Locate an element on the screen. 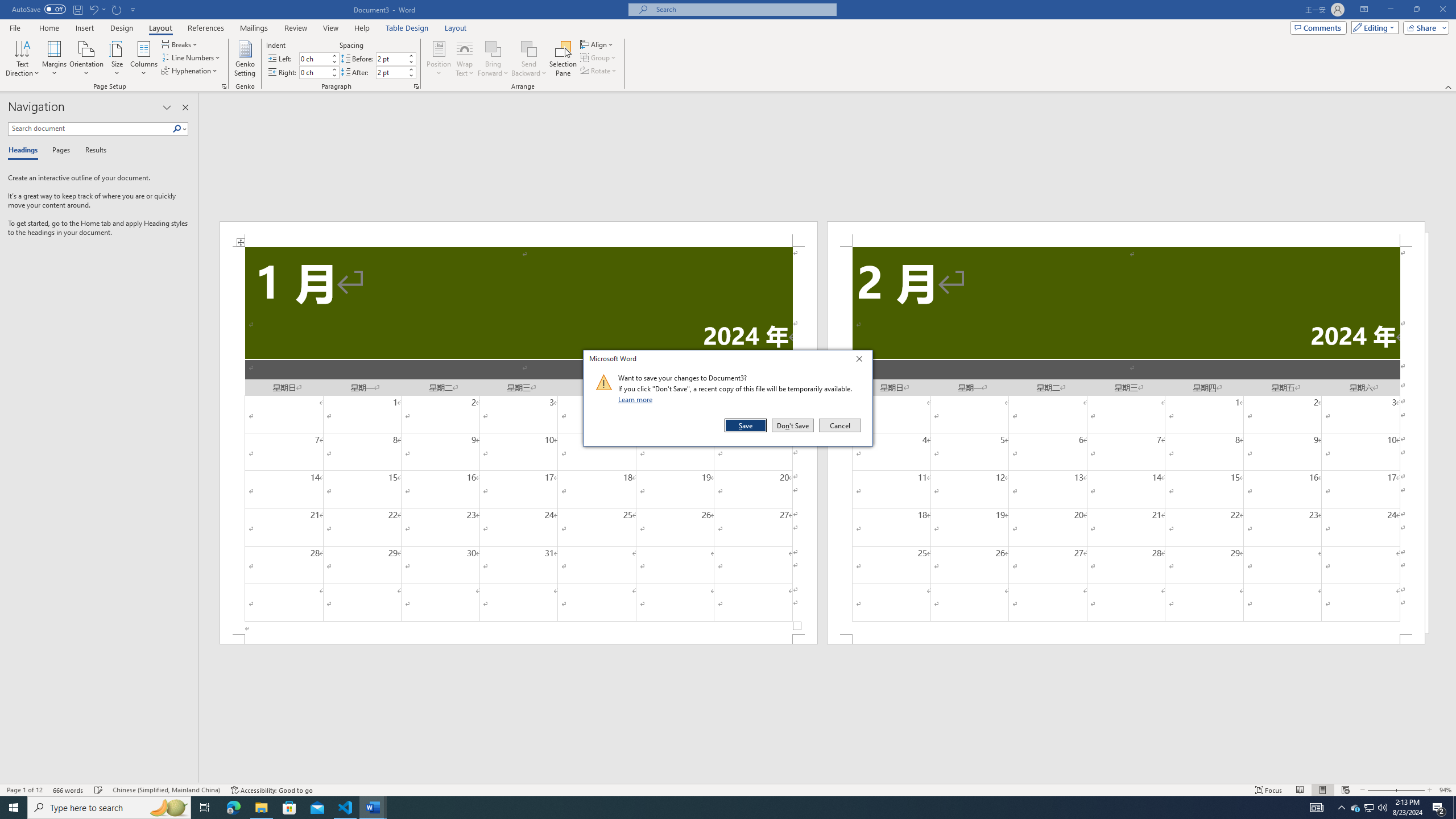 Image resolution: width=1456 pixels, height=819 pixels. 'Spacing Before' is located at coordinates (391, 58).